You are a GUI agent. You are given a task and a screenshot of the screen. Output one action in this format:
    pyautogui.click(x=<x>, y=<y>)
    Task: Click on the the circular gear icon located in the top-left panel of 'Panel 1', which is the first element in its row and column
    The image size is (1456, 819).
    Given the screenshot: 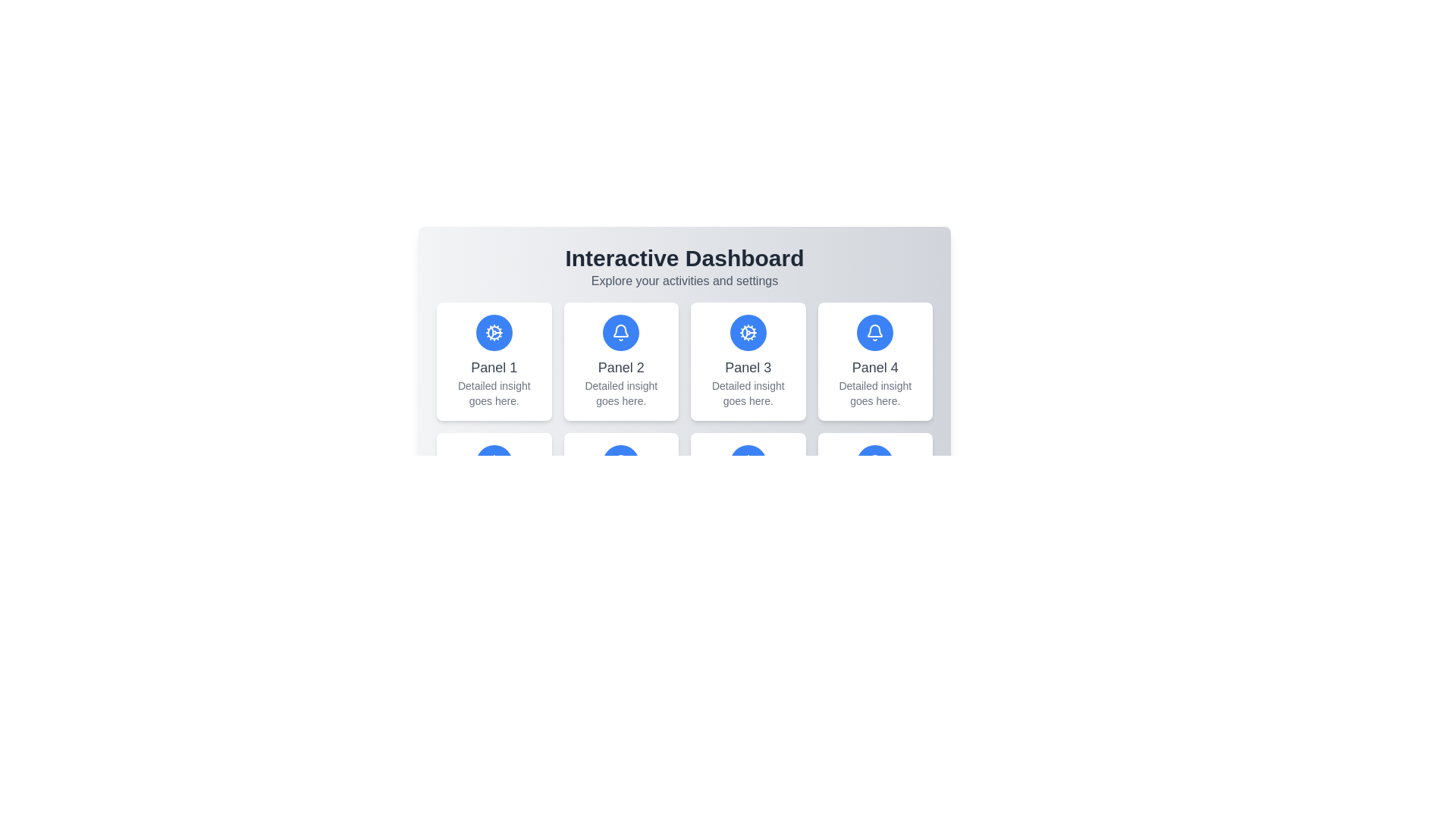 What is the action you would take?
    pyautogui.click(x=748, y=332)
    